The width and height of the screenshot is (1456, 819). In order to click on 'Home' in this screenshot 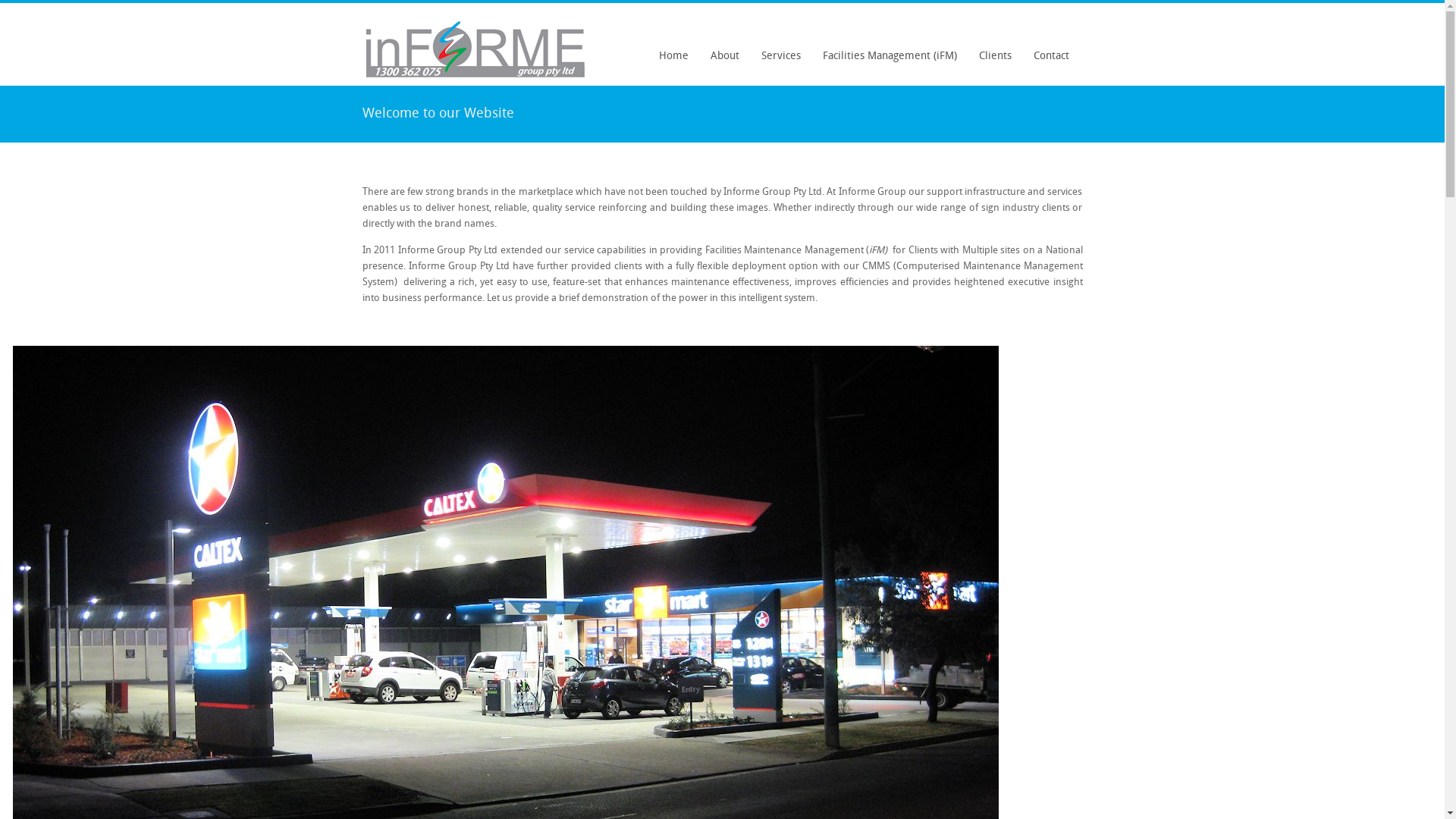, I will do `click(651, 55)`.